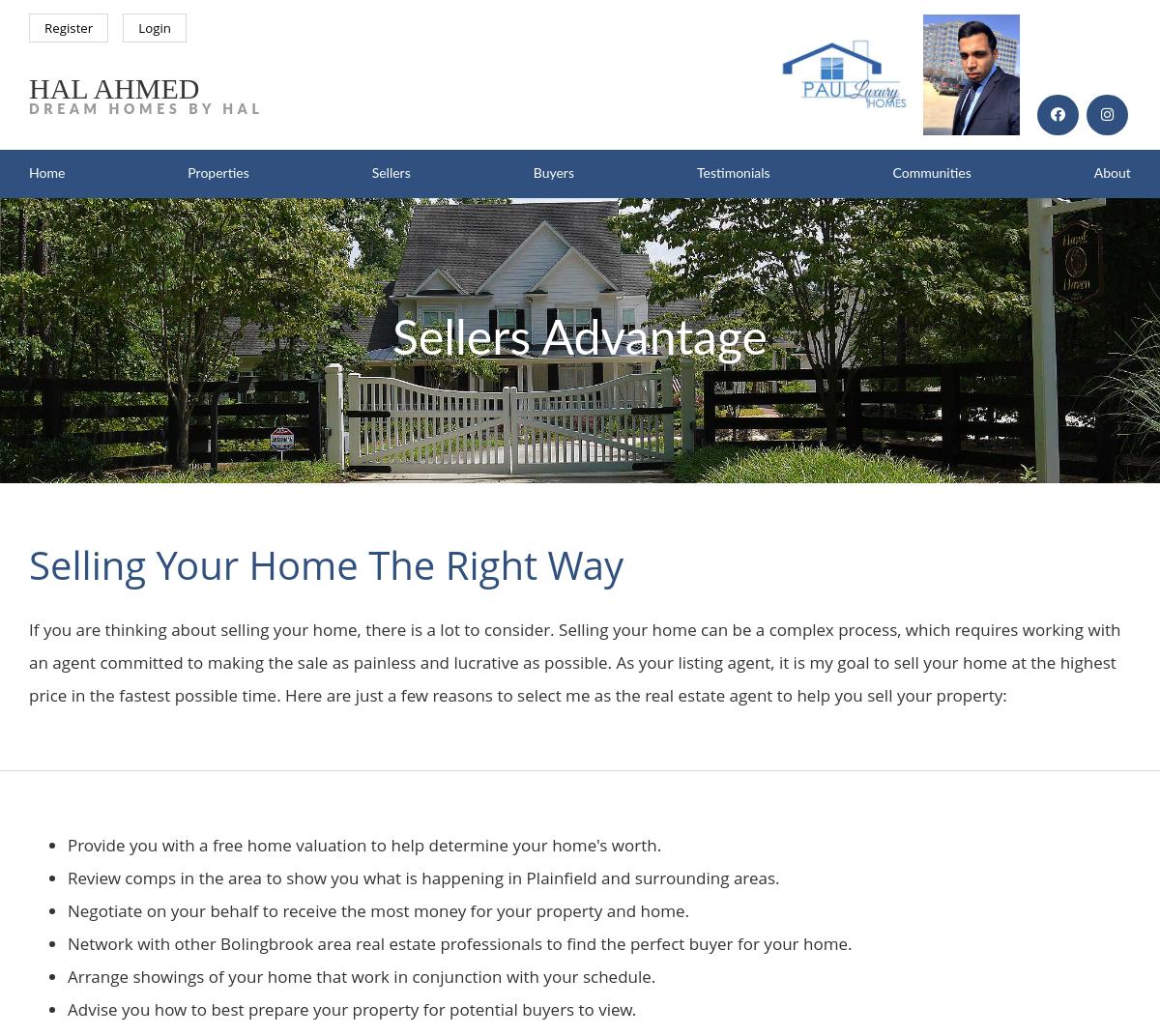 The image size is (1160, 1036). I want to click on 'Negotiate on your behalf to receive the most money for your property and home.', so click(378, 909).